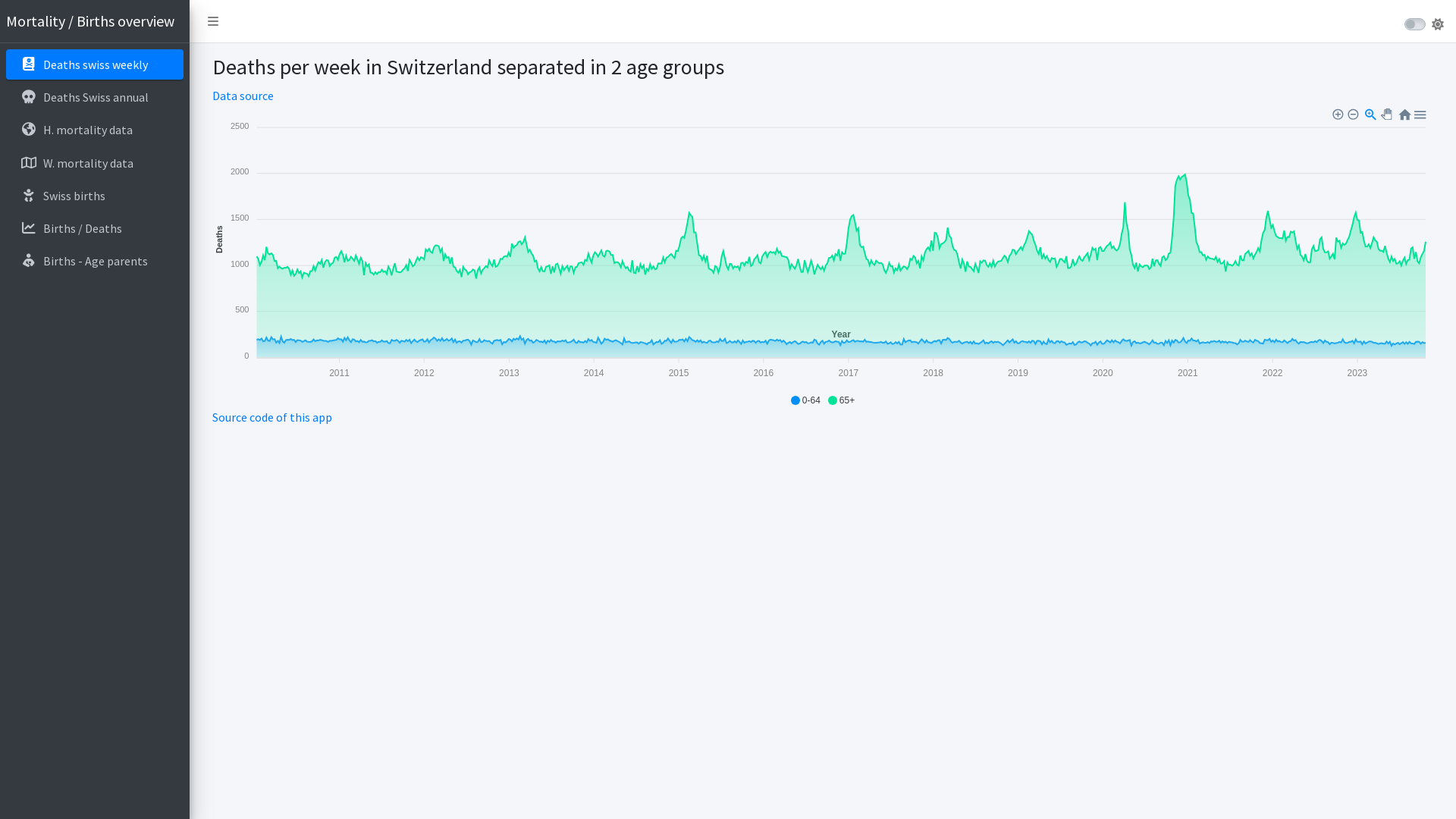 The image size is (1456, 819). What do you see at coordinates (1404, 112) in the screenshot?
I see `'Reset Zoom'` at bounding box center [1404, 112].